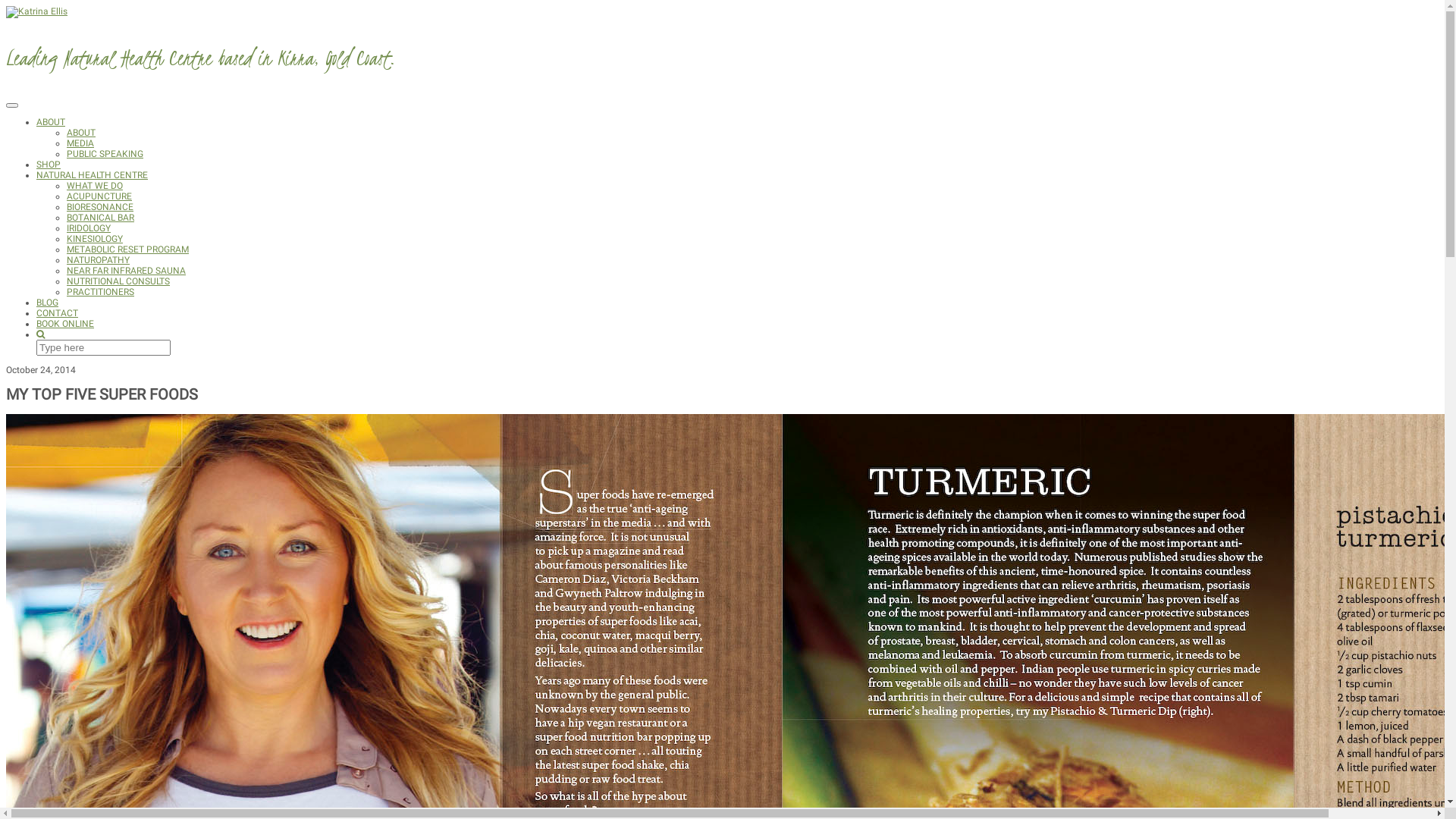 The height and width of the screenshot is (819, 1456). Describe the element at coordinates (127, 248) in the screenshot. I see `'METABOLIC RESET PROGRAM'` at that location.